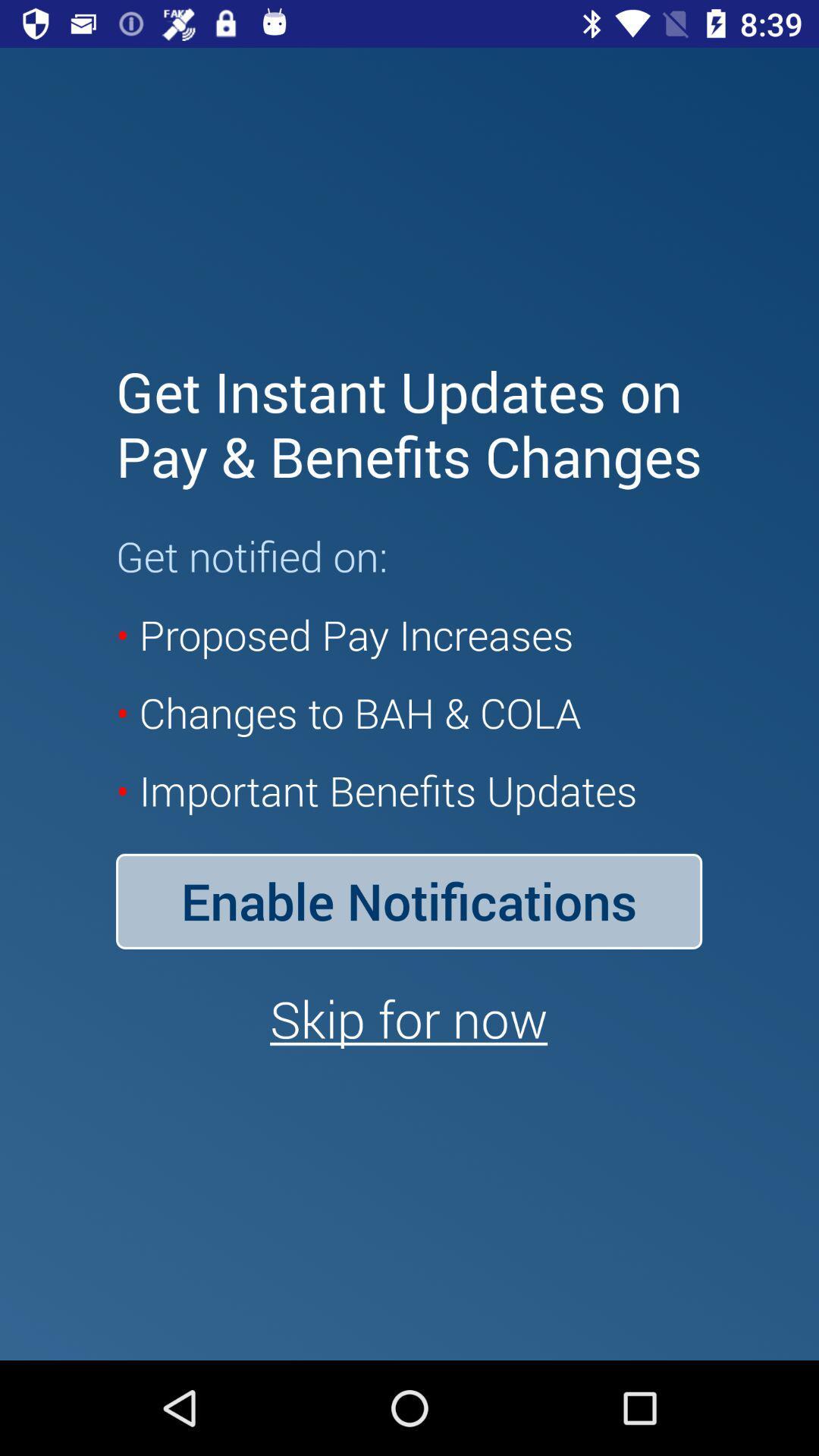 This screenshot has width=819, height=1456. Describe the element at coordinates (408, 1018) in the screenshot. I see `the icon below enable notifications item` at that location.